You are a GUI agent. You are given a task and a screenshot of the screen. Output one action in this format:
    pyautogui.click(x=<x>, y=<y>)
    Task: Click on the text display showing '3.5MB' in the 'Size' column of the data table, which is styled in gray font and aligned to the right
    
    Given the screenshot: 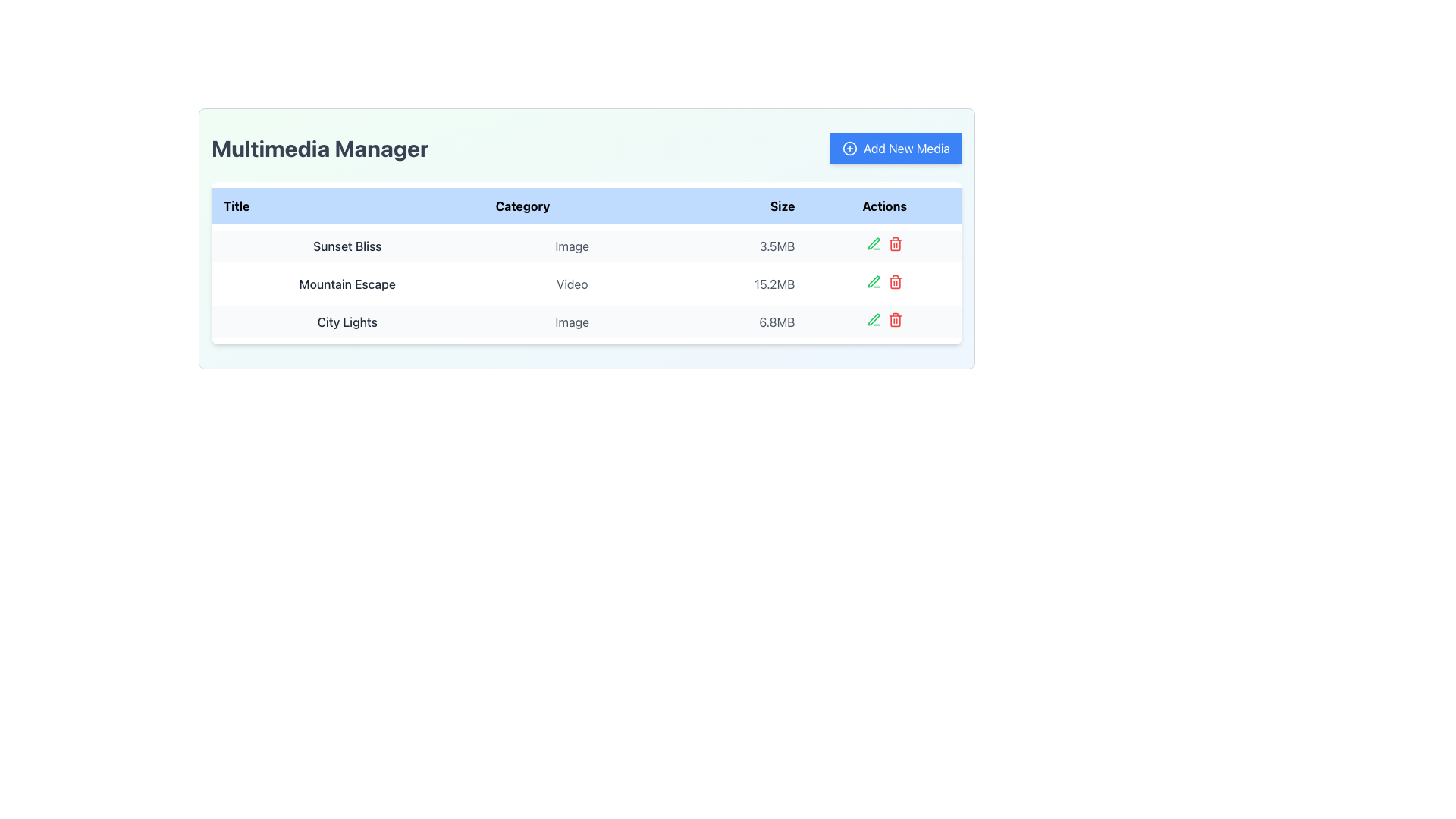 What is the action you would take?
    pyautogui.click(x=734, y=245)
    